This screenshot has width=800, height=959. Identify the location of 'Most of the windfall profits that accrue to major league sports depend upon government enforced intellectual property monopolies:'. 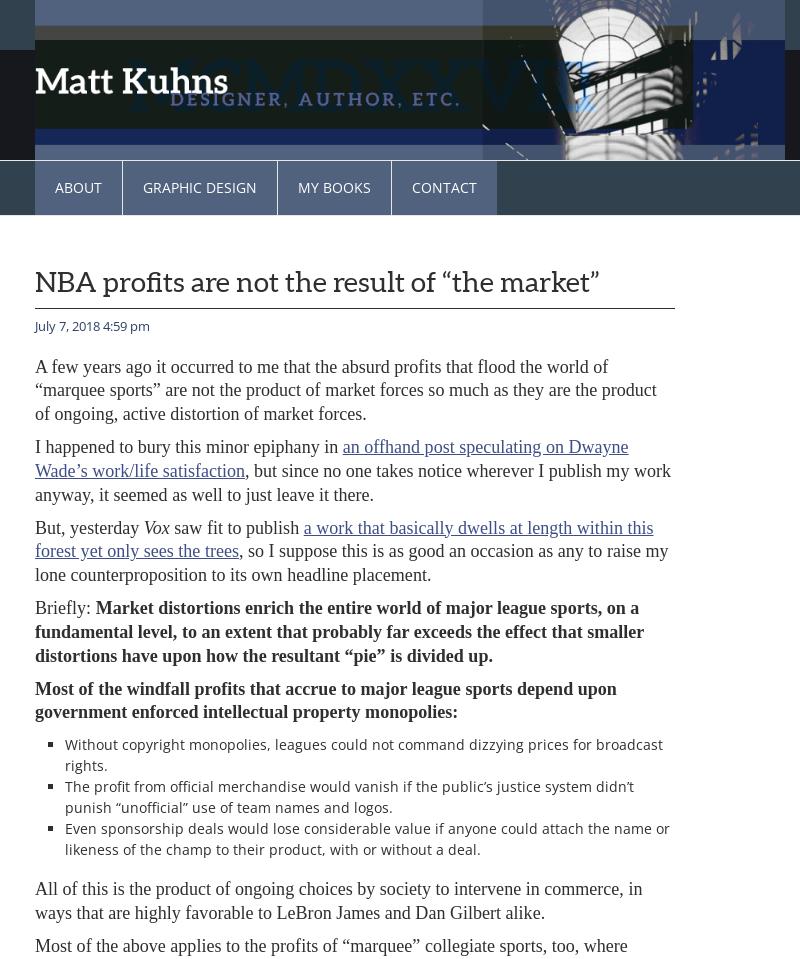
(324, 698).